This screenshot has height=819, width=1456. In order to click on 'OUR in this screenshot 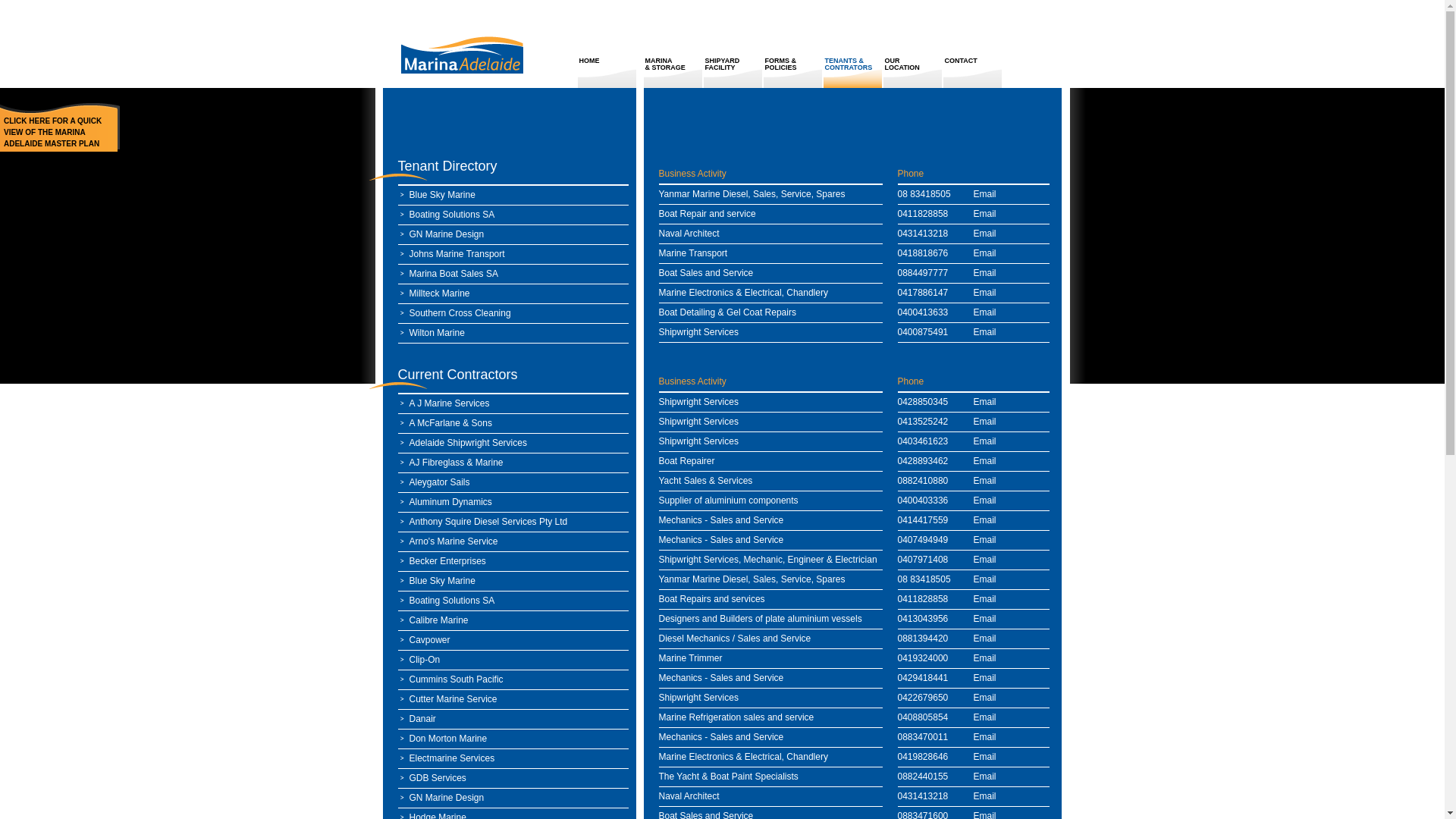, I will do `click(912, 73)`.